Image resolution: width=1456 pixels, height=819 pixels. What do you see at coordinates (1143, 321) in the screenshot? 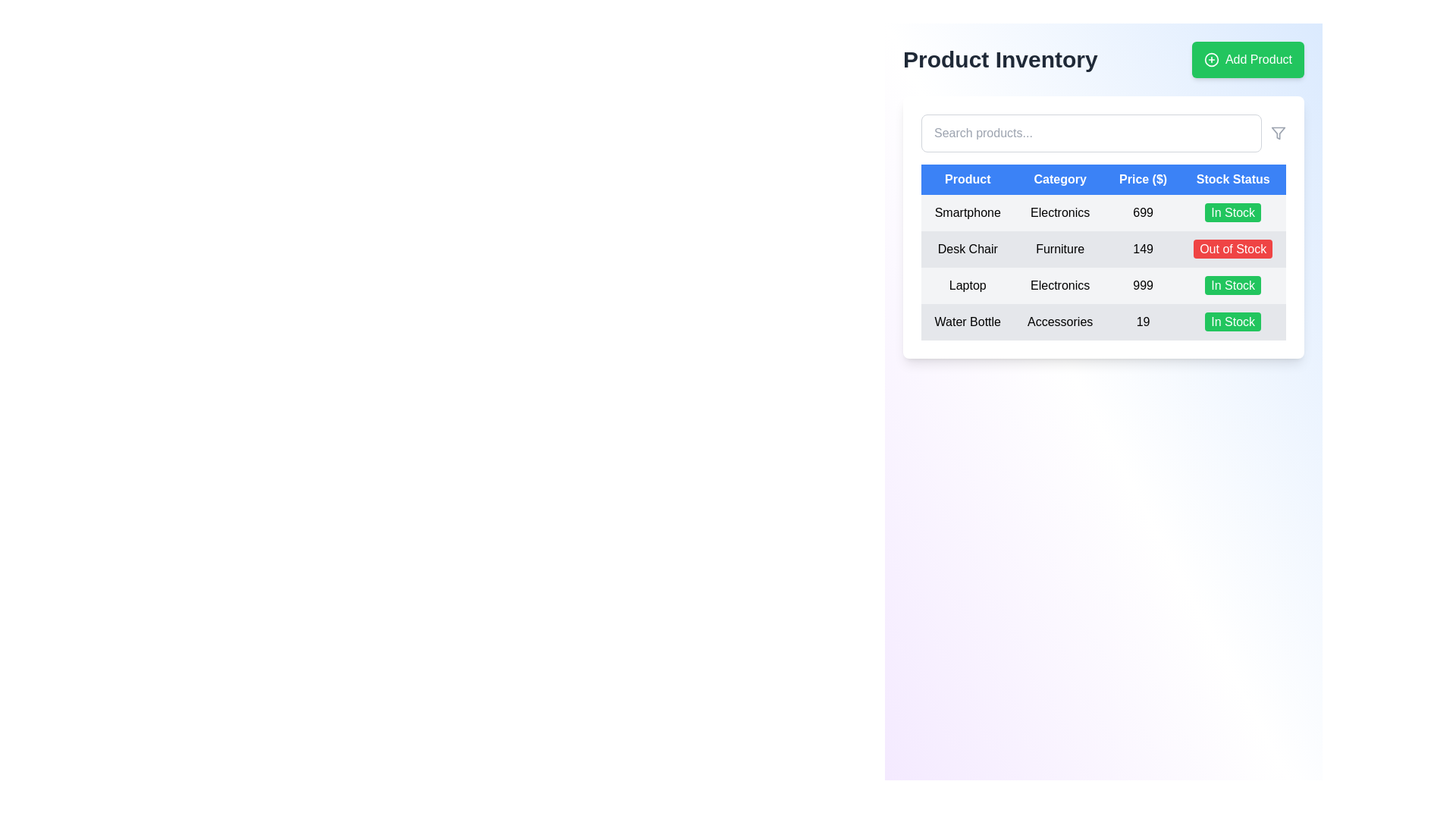
I see `the price display for the 'Water Bottle', which shows '19' in the third column under 'Price ($)' adjacent to 'Accessories' and 'In Stock'` at bounding box center [1143, 321].